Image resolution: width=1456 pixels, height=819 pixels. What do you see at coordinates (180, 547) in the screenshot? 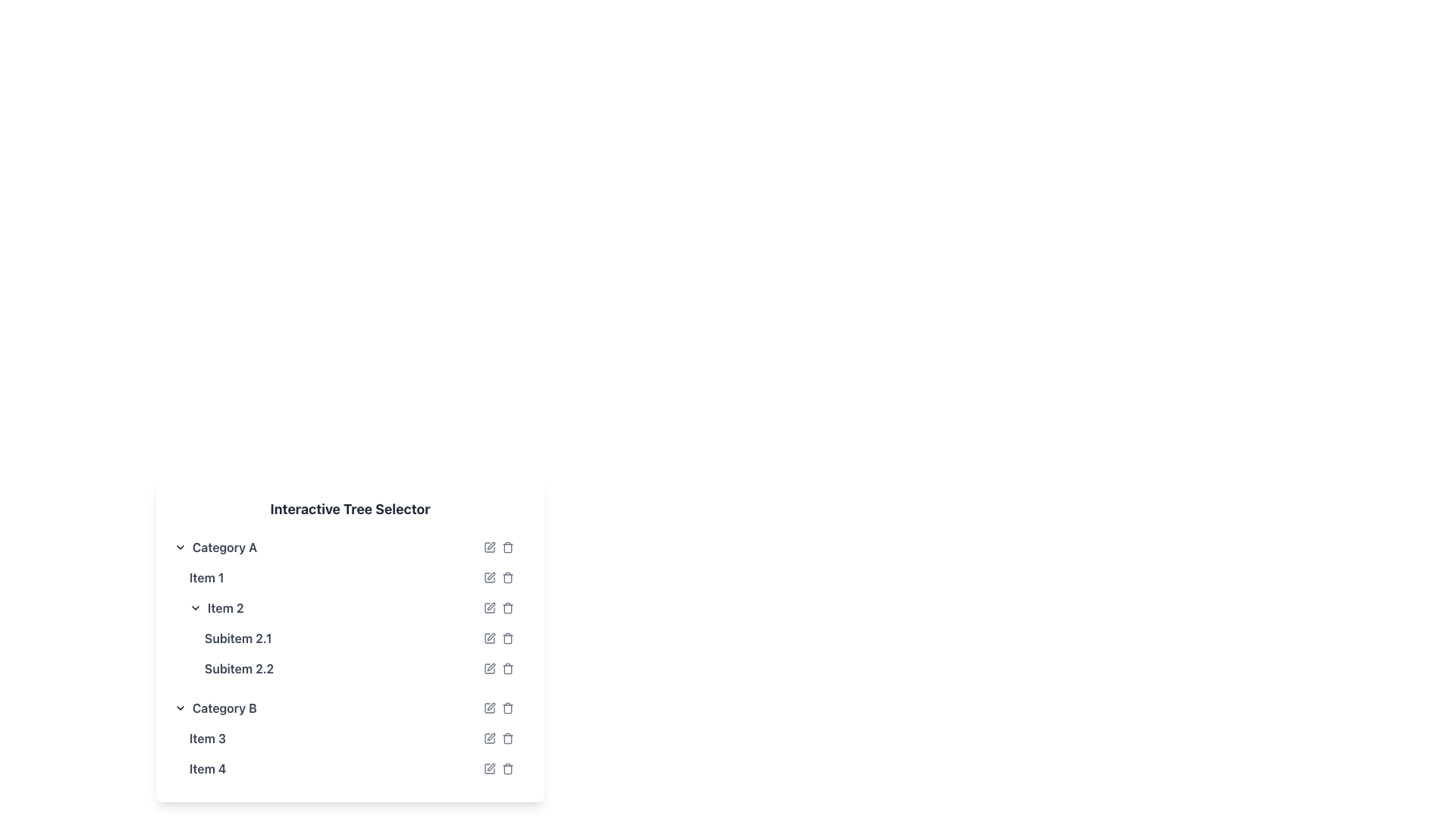
I see `the toggle indicator chevron icon located to the left of the text 'Category A'` at bounding box center [180, 547].